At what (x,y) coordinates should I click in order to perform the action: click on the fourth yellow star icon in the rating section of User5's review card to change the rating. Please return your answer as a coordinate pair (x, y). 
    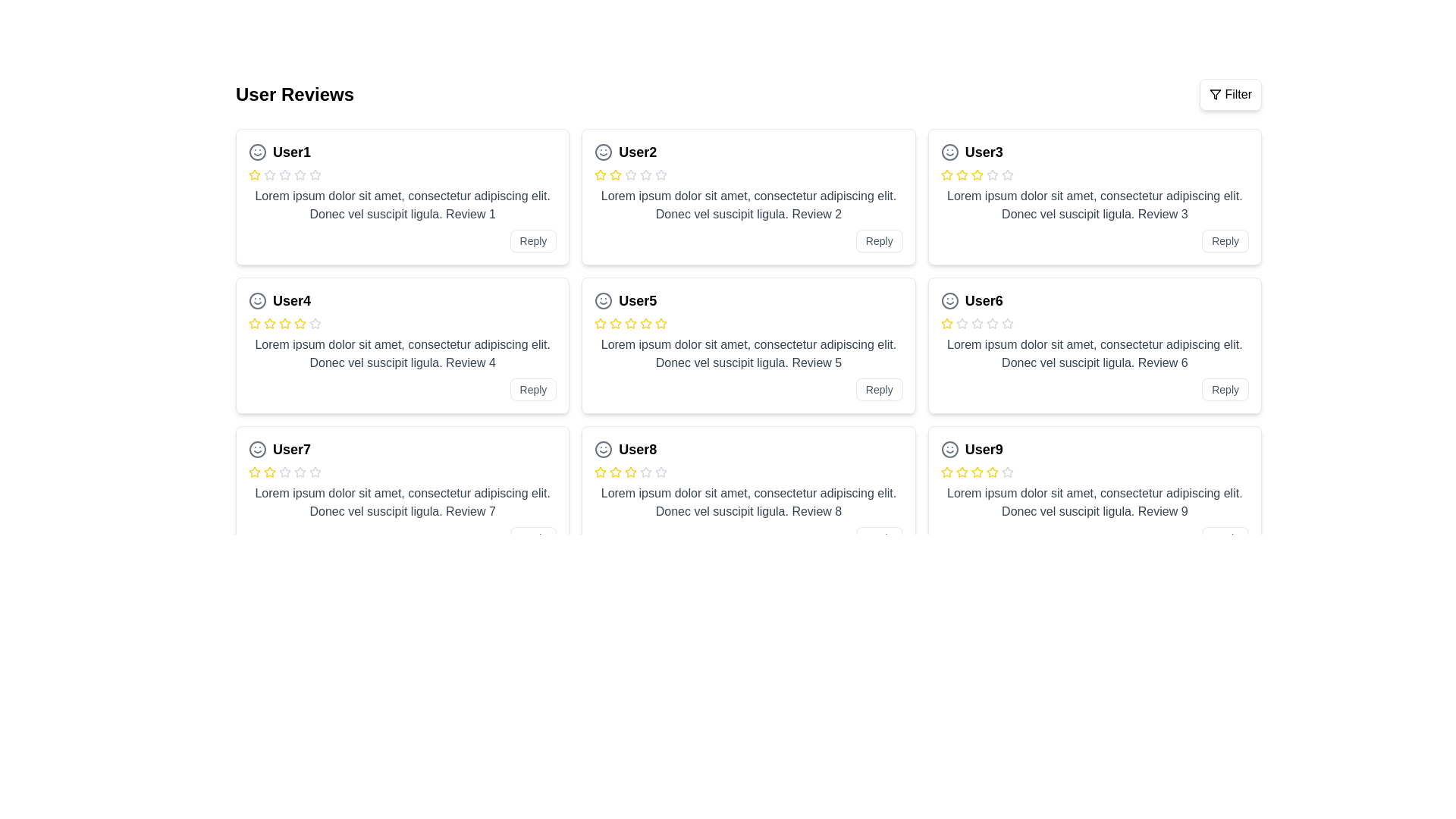
    Looking at the image, I should click on (630, 323).